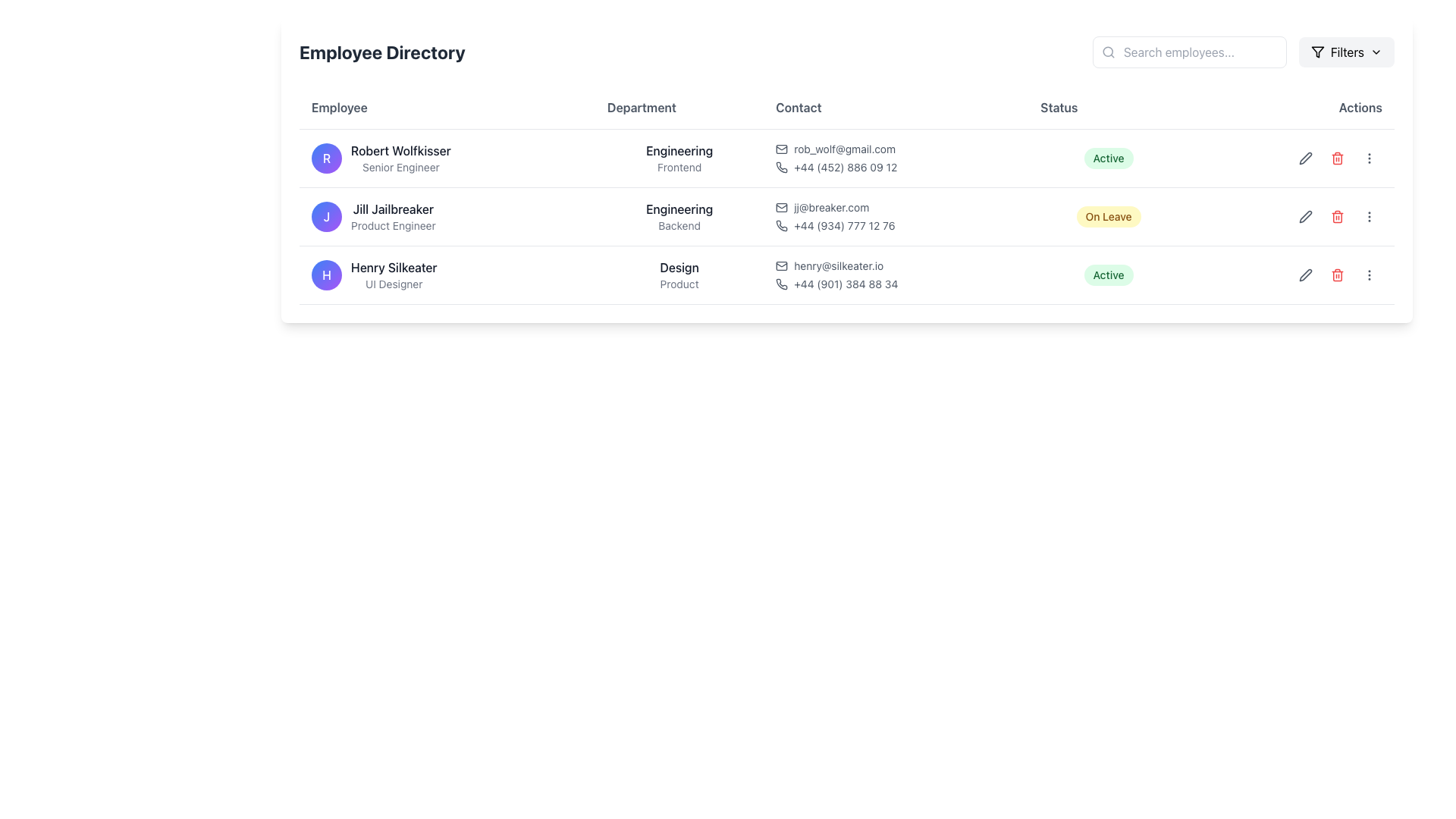  I want to click on the vertical ellipsis icon, which is a gray button composed of three vertically-aligned circles, located at the rightmost edge of the row for employee 'Jill Jailbreaker' in the 'Actions' column, so click(1369, 216).